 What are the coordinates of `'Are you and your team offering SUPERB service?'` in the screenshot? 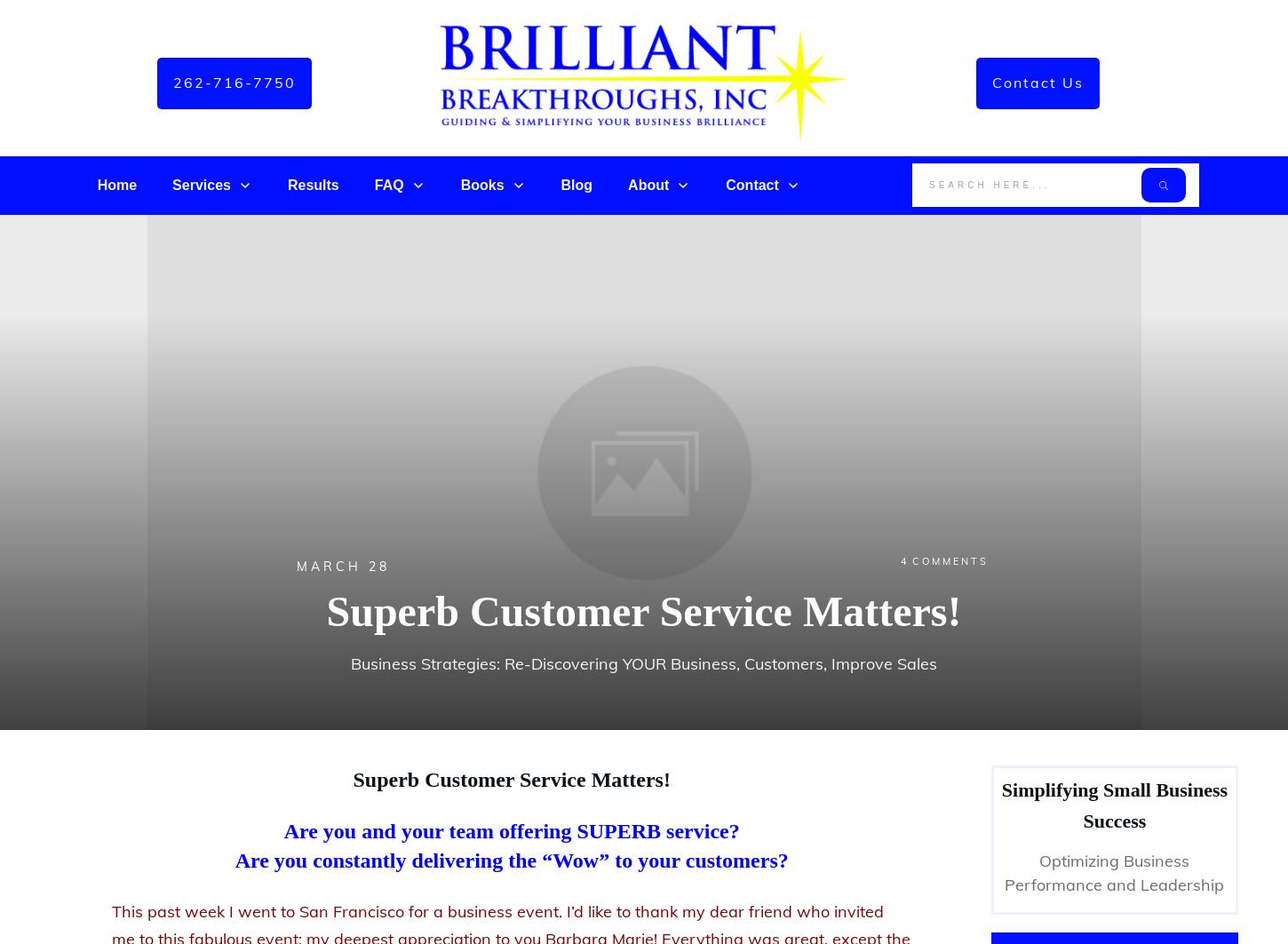 It's located at (283, 829).